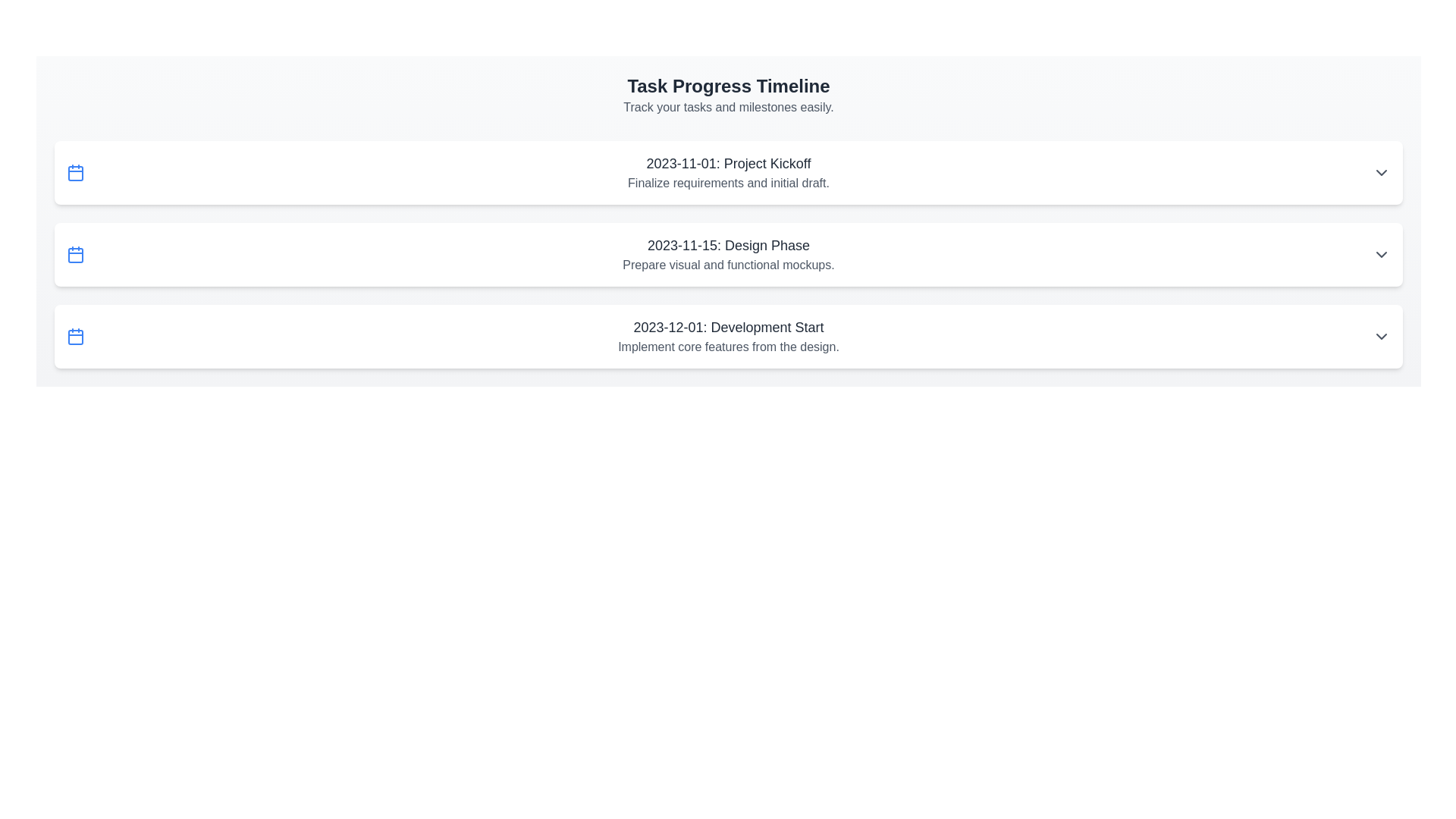  I want to click on the blue calendar icon located at the beginning of the third list item, which corresponds to the date '2023-12-01: Development Start.', so click(75, 335).